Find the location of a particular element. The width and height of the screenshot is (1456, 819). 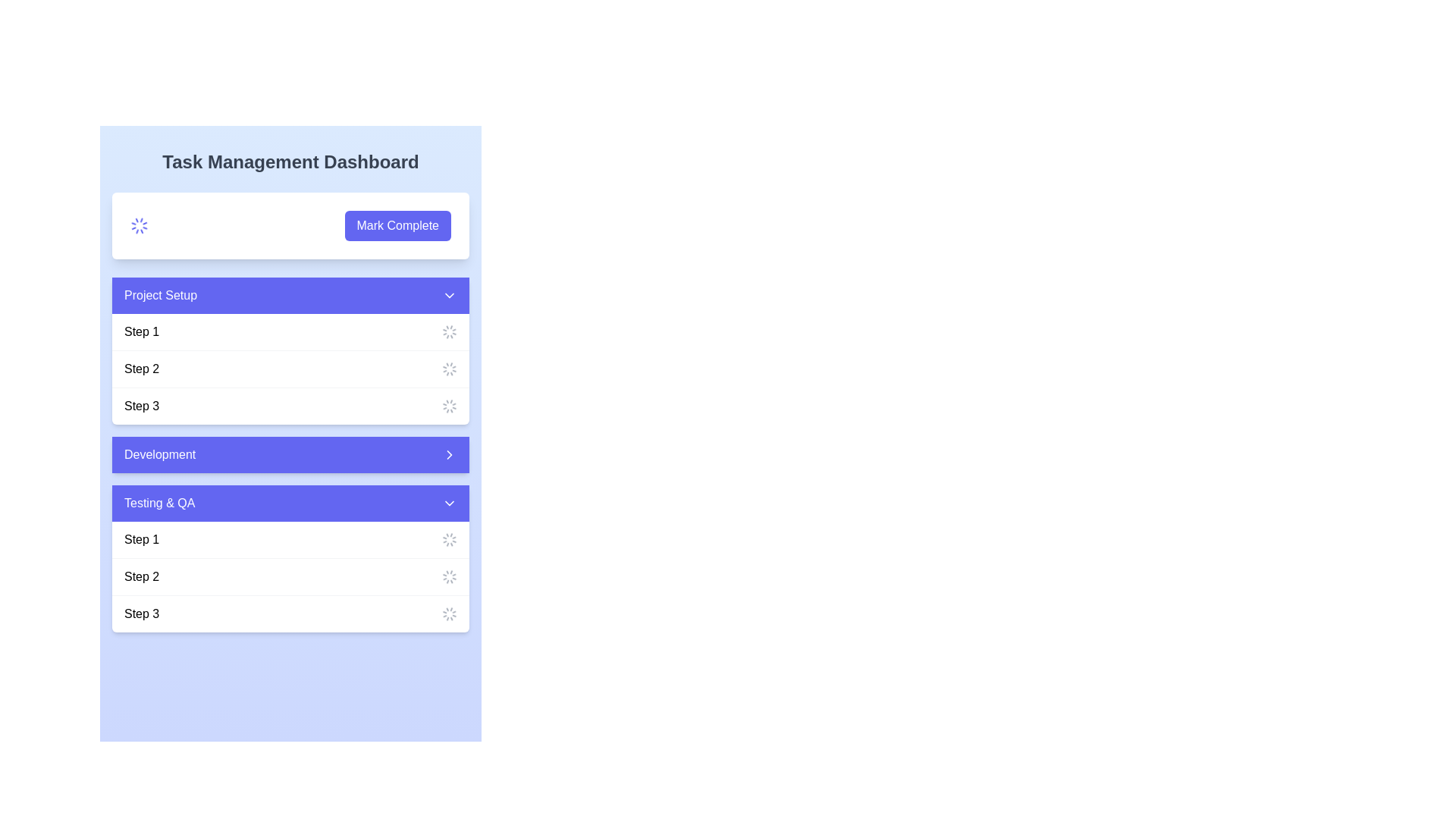

the downward-facing chevron icon in the 'Project Setup' header is located at coordinates (449, 295).